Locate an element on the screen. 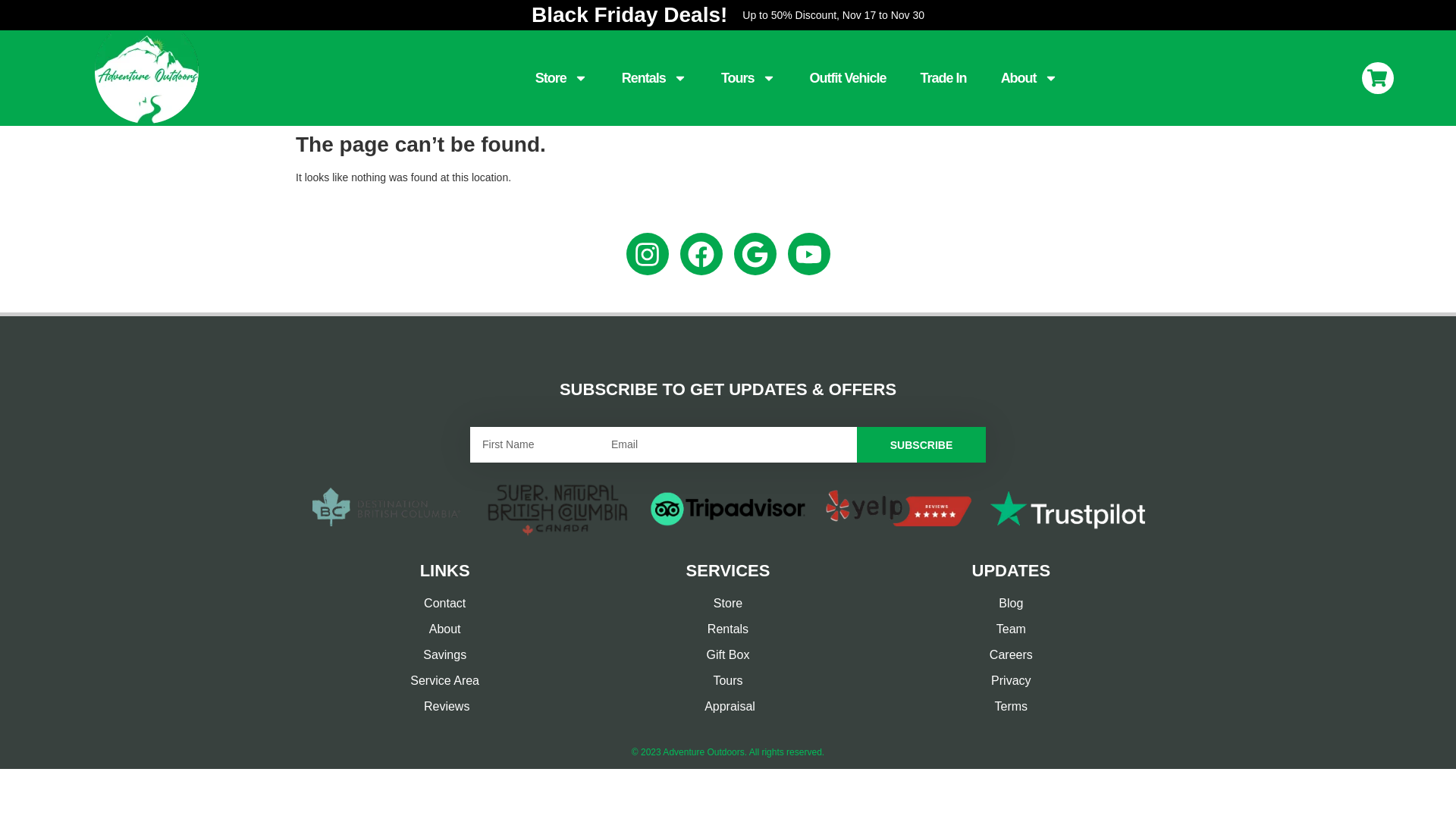 This screenshot has width=1456, height=819. 'Rentals' is located at coordinates (654, 78).